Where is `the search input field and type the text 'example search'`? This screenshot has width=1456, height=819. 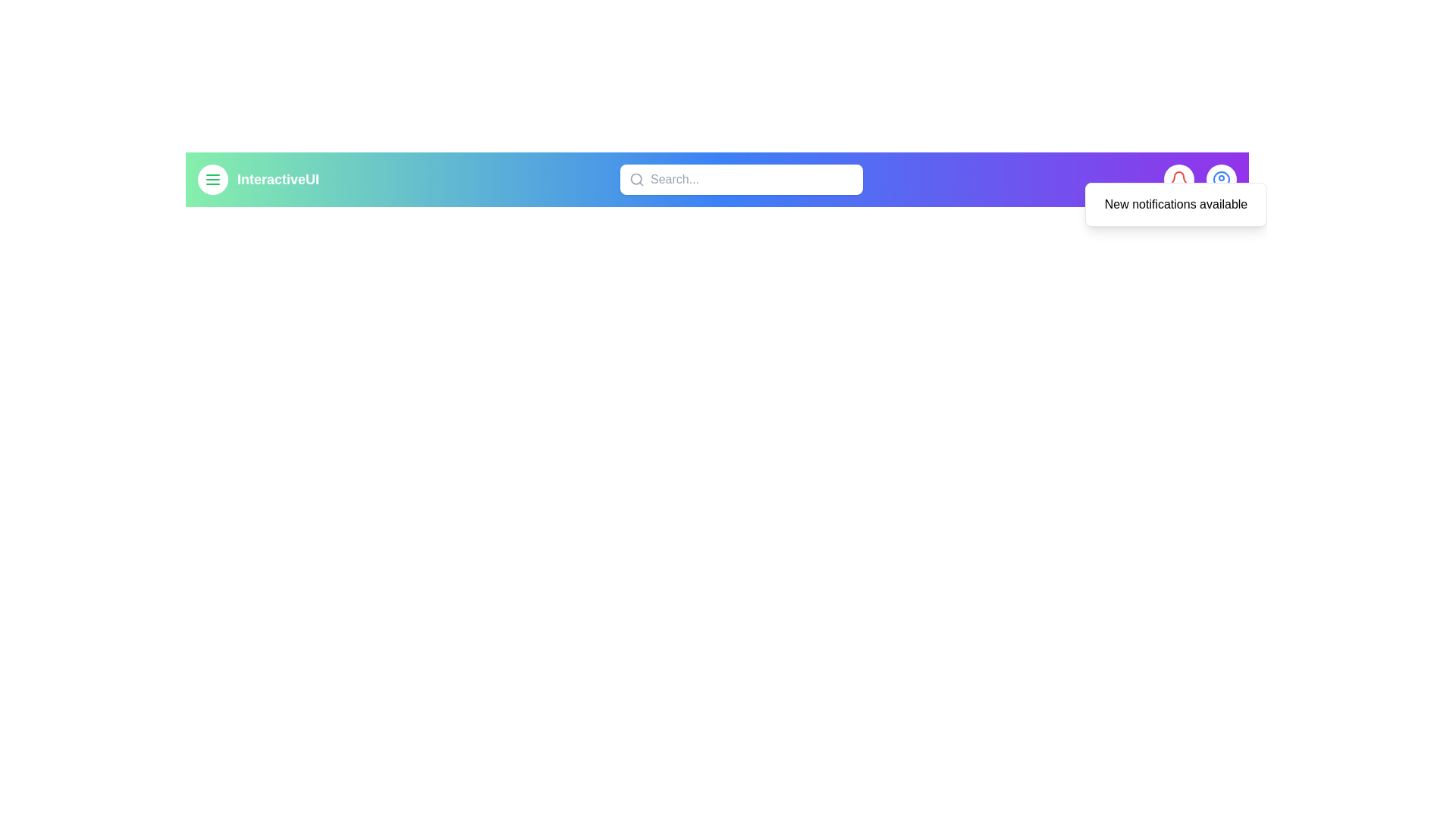
the search input field and type the text 'example search' is located at coordinates (742, 178).